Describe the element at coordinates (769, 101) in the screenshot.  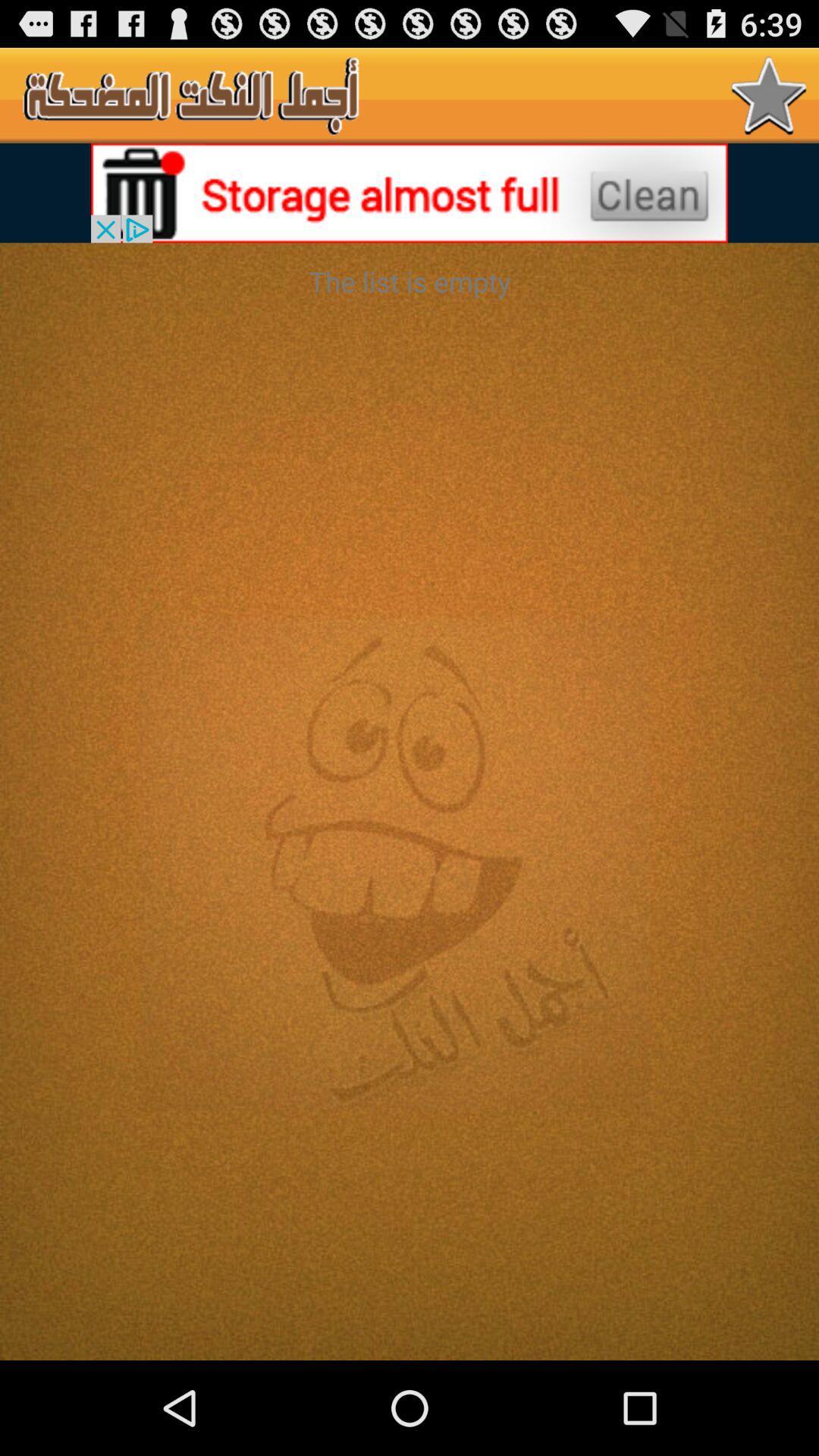
I see `the star icon` at that location.